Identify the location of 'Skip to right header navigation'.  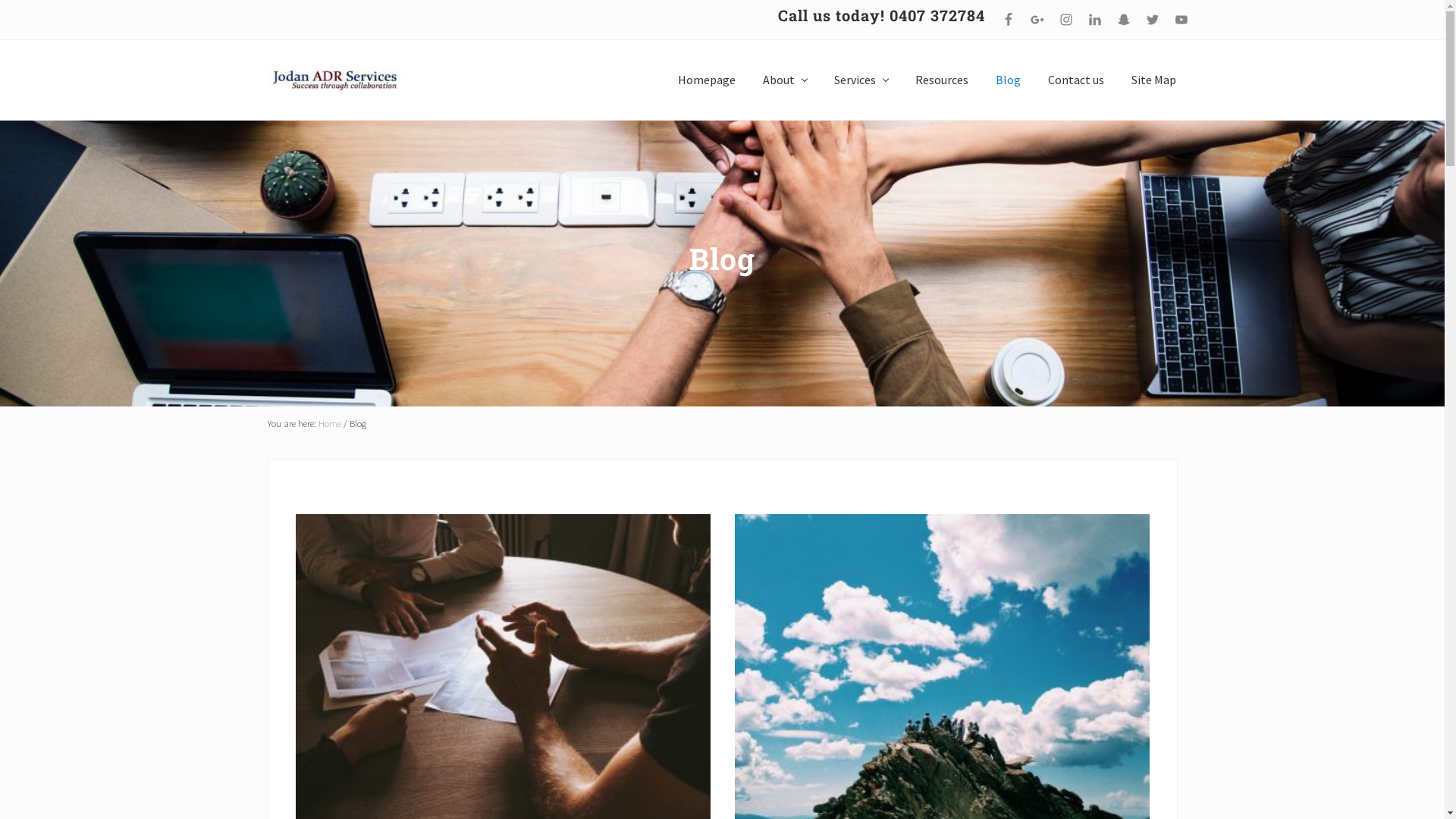
(0, 0).